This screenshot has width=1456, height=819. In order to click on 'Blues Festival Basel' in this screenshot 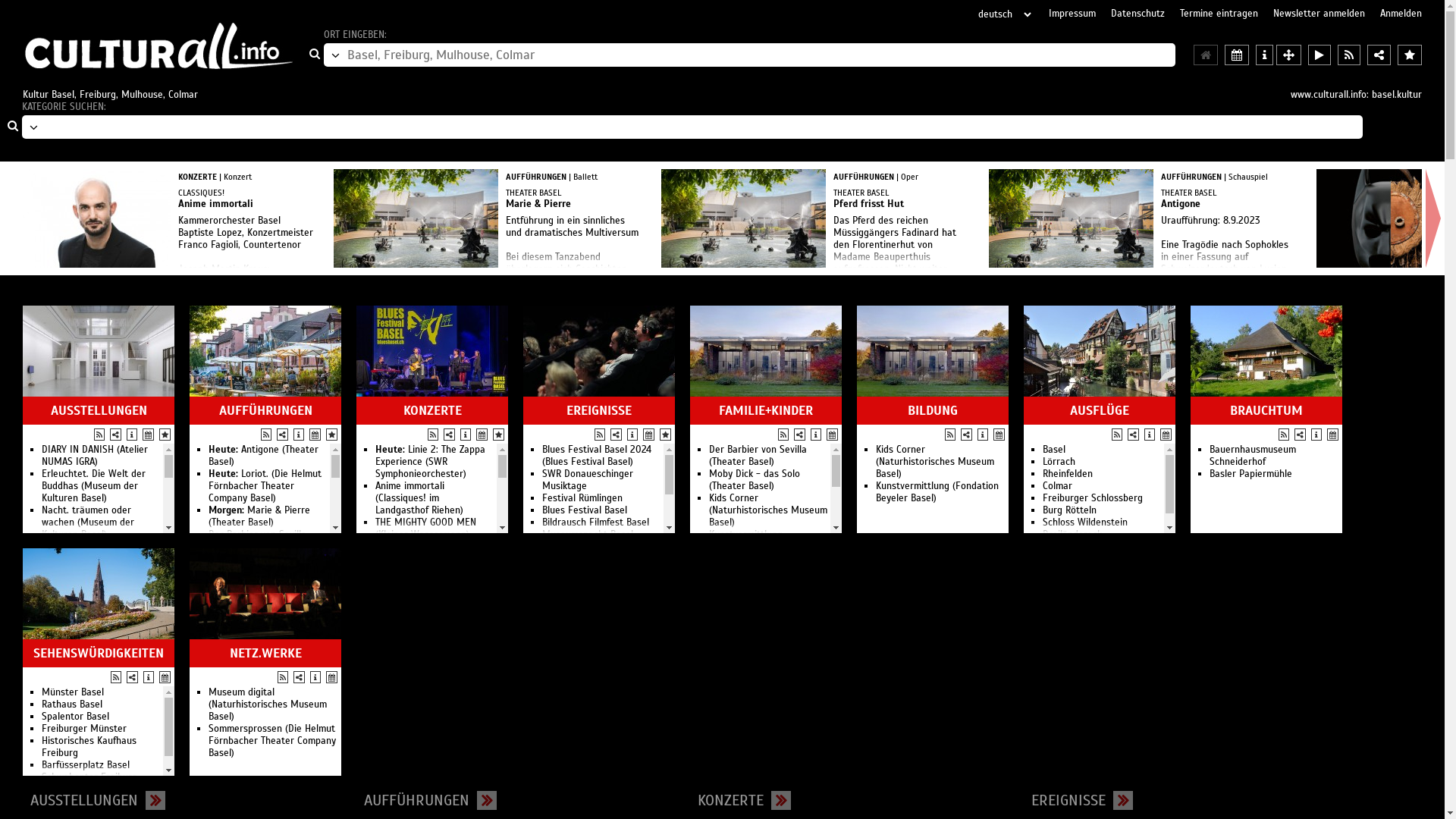, I will do `click(542, 510)`.